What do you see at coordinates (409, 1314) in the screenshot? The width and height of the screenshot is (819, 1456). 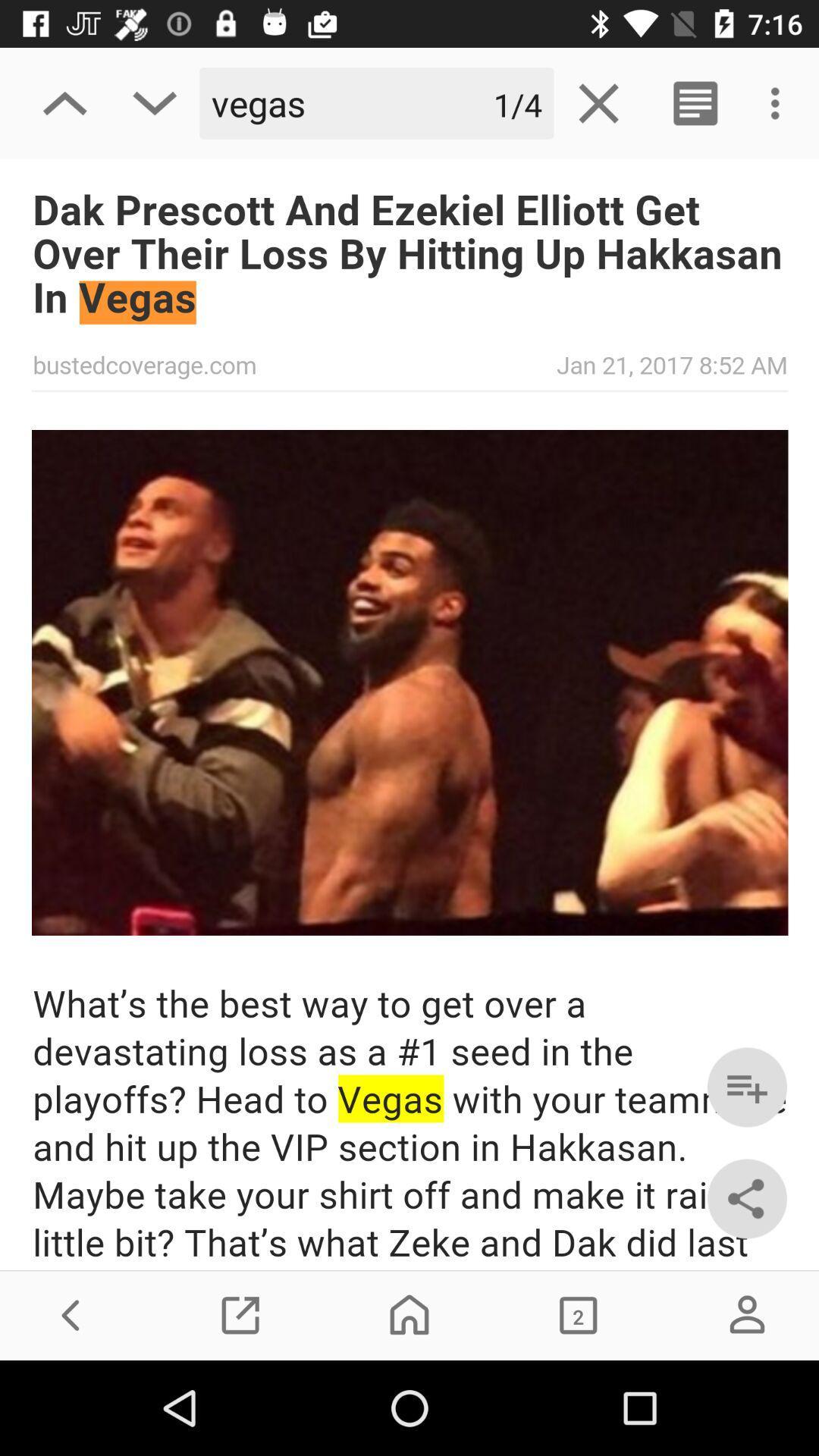 I see `the home icon` at bounding box center [409, 1314].